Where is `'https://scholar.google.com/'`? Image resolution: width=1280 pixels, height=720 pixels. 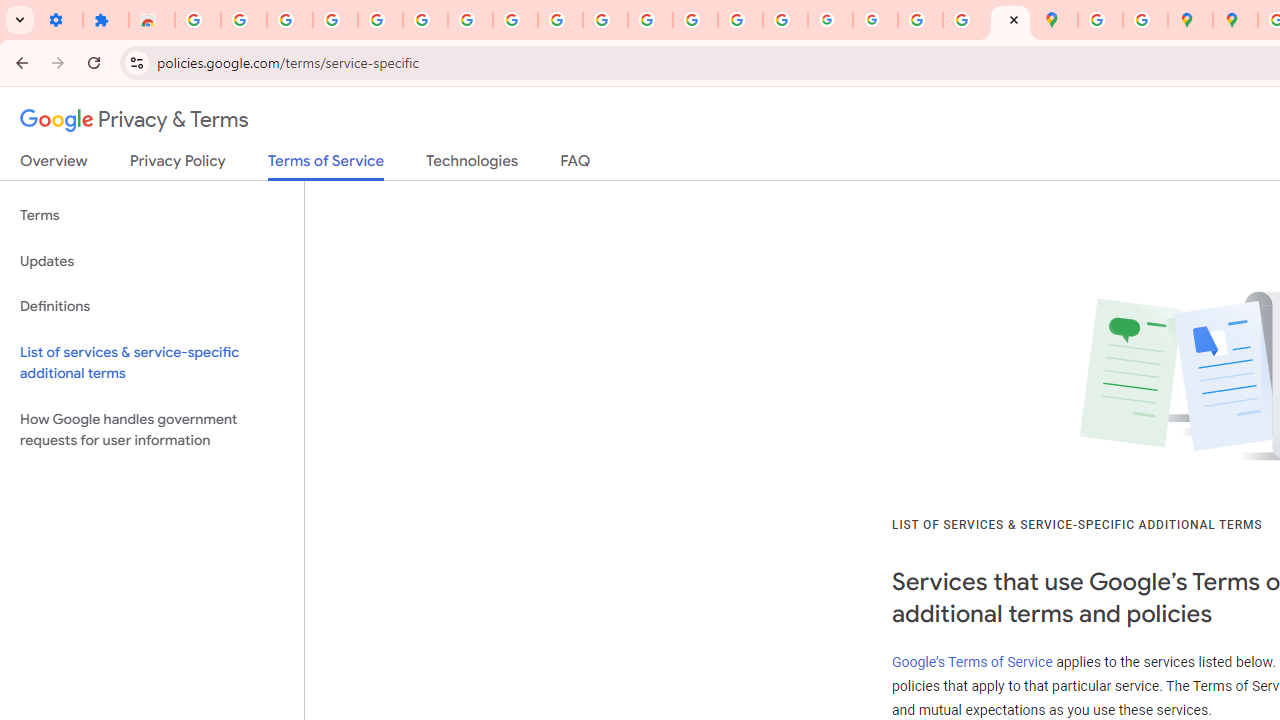
'https://scholar.google.com/' is located at coordinates (650, 20).